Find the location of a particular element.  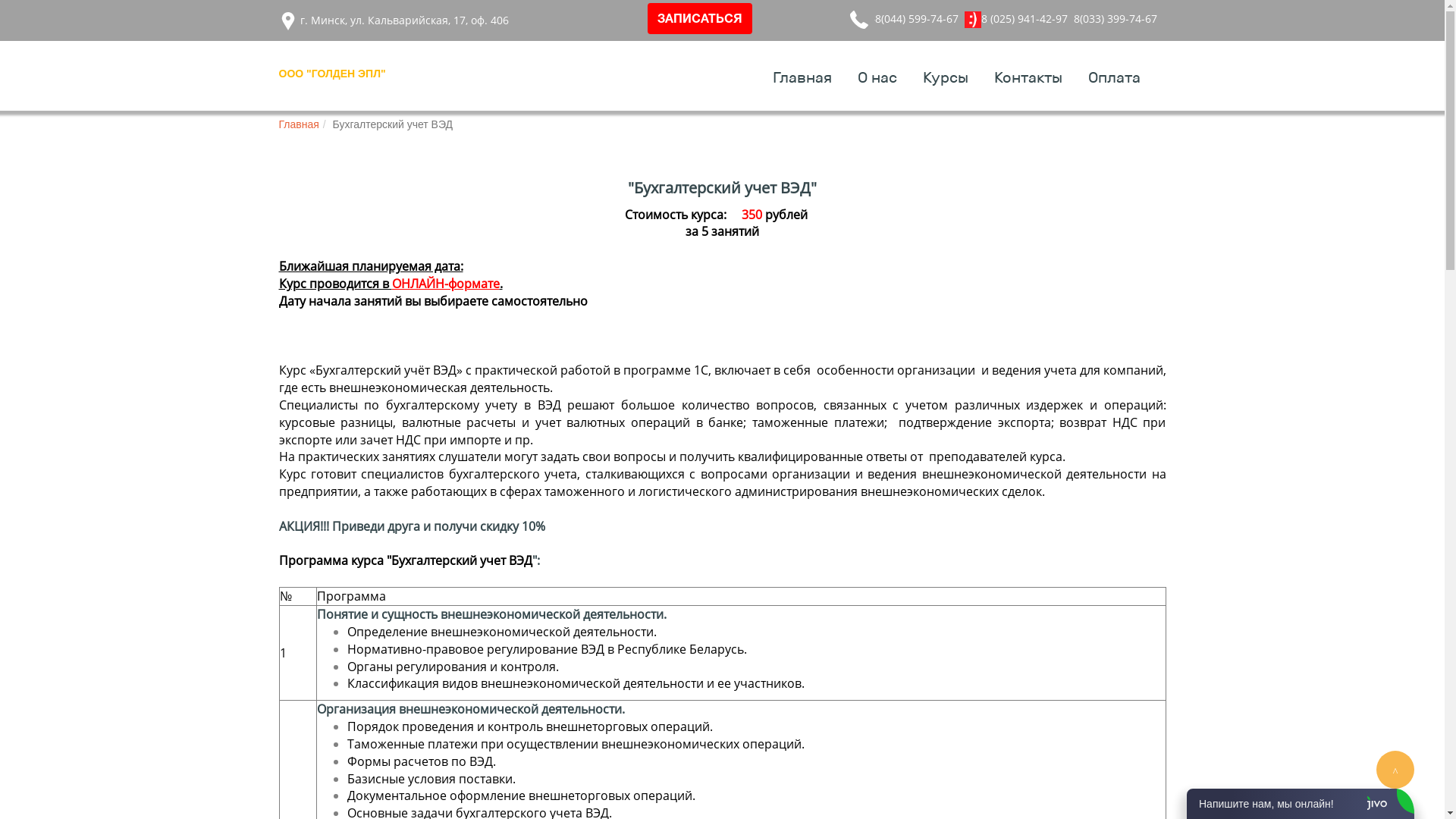

'^' is located at coordinates (1395, 769).